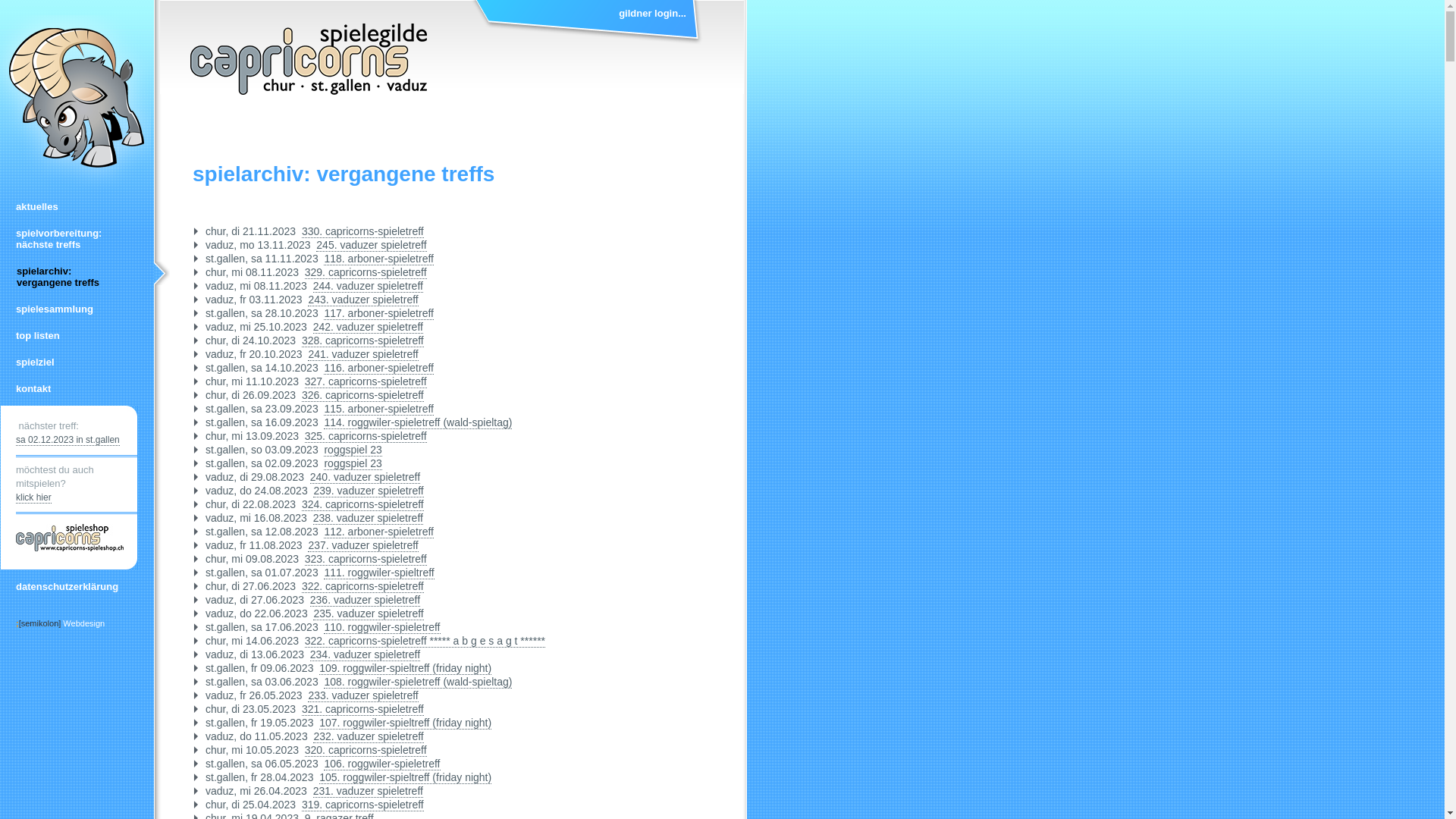 The image size is (1456, 819). What do you see at coordinates (312, 286) in the screenshot?
I see `'244. vaduzer spieletreff'` at bounding box center [312, 286].